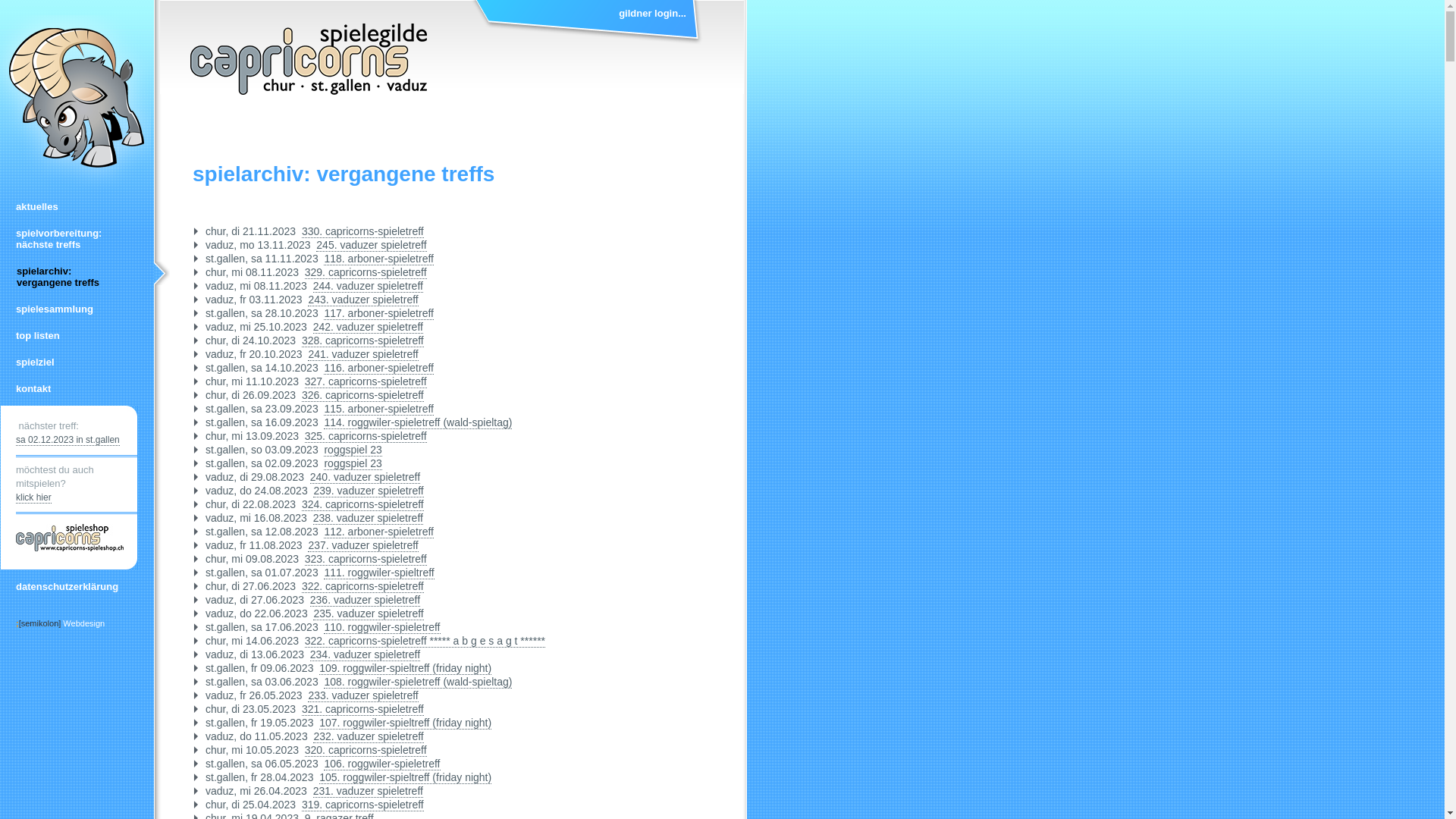 The image size is (1456, 819). What do you see at coordinates (312, 286) in the screenshot?
I see `'244. vaduzer spieletreff'` at bounding box center [312, 286].